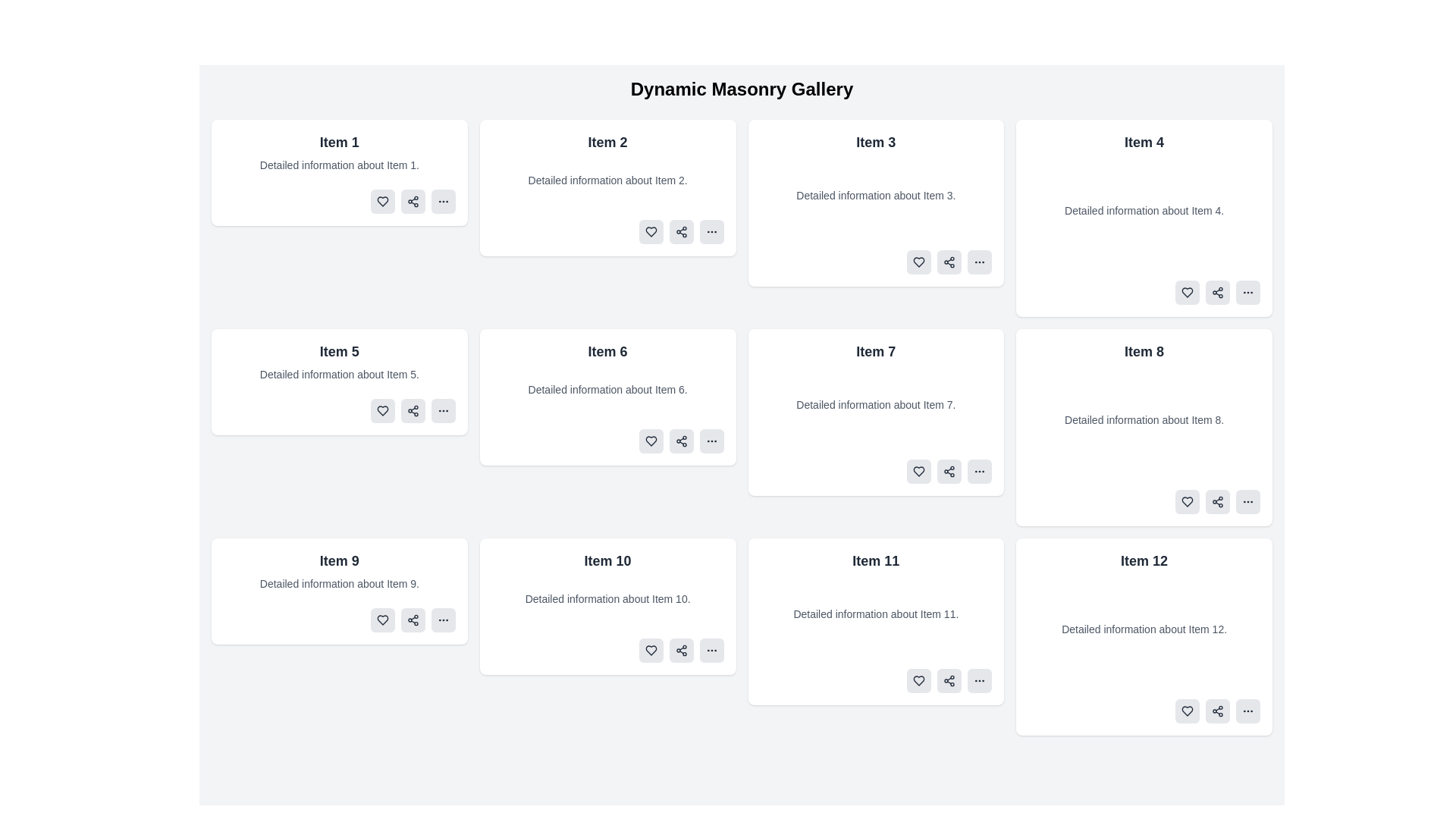 This screenshot has height=819, width=1456. What do you see at coordinates (651, 231) in the screenshot?
I see `the 'like' or favorite IconButton located in the action area of 'Item 2' in the 'Dynamic Masonry Gallery' layout` at bounding box center [651, 231].